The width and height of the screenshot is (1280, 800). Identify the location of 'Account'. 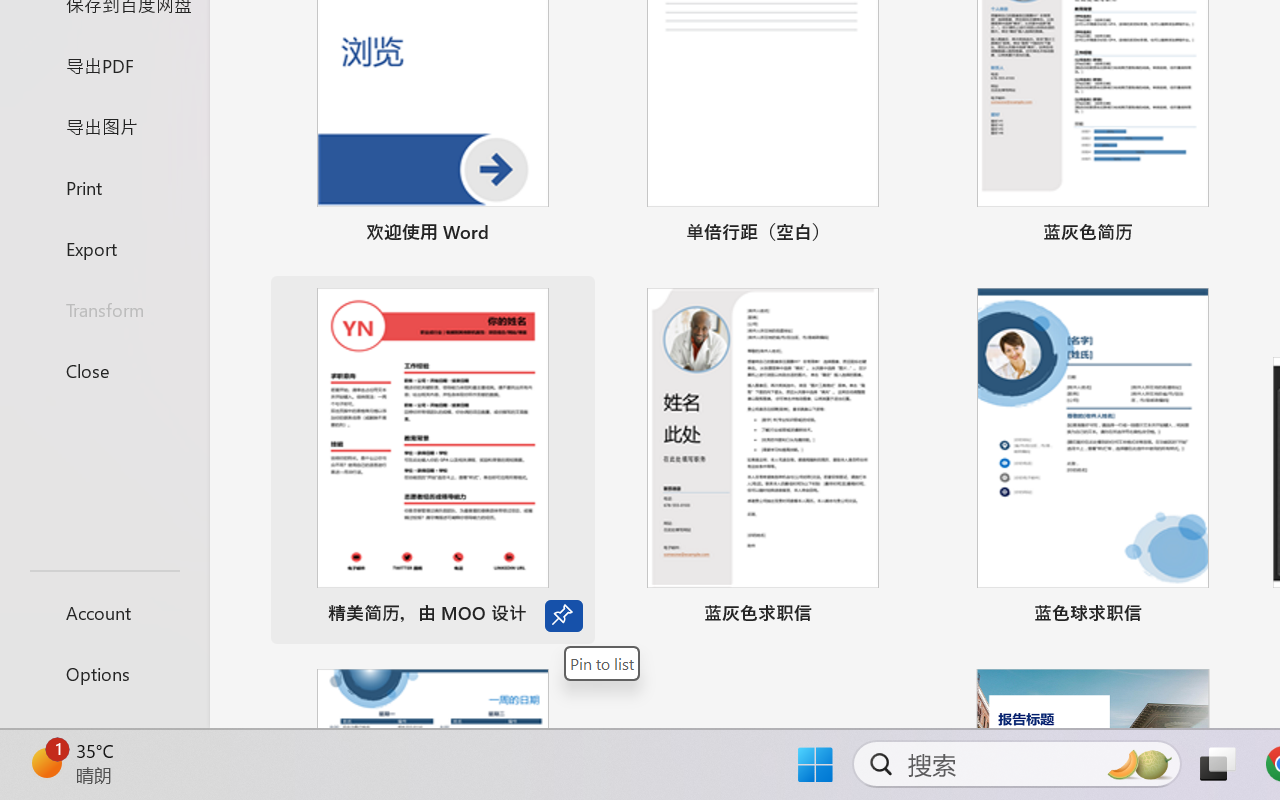
(103, 612).